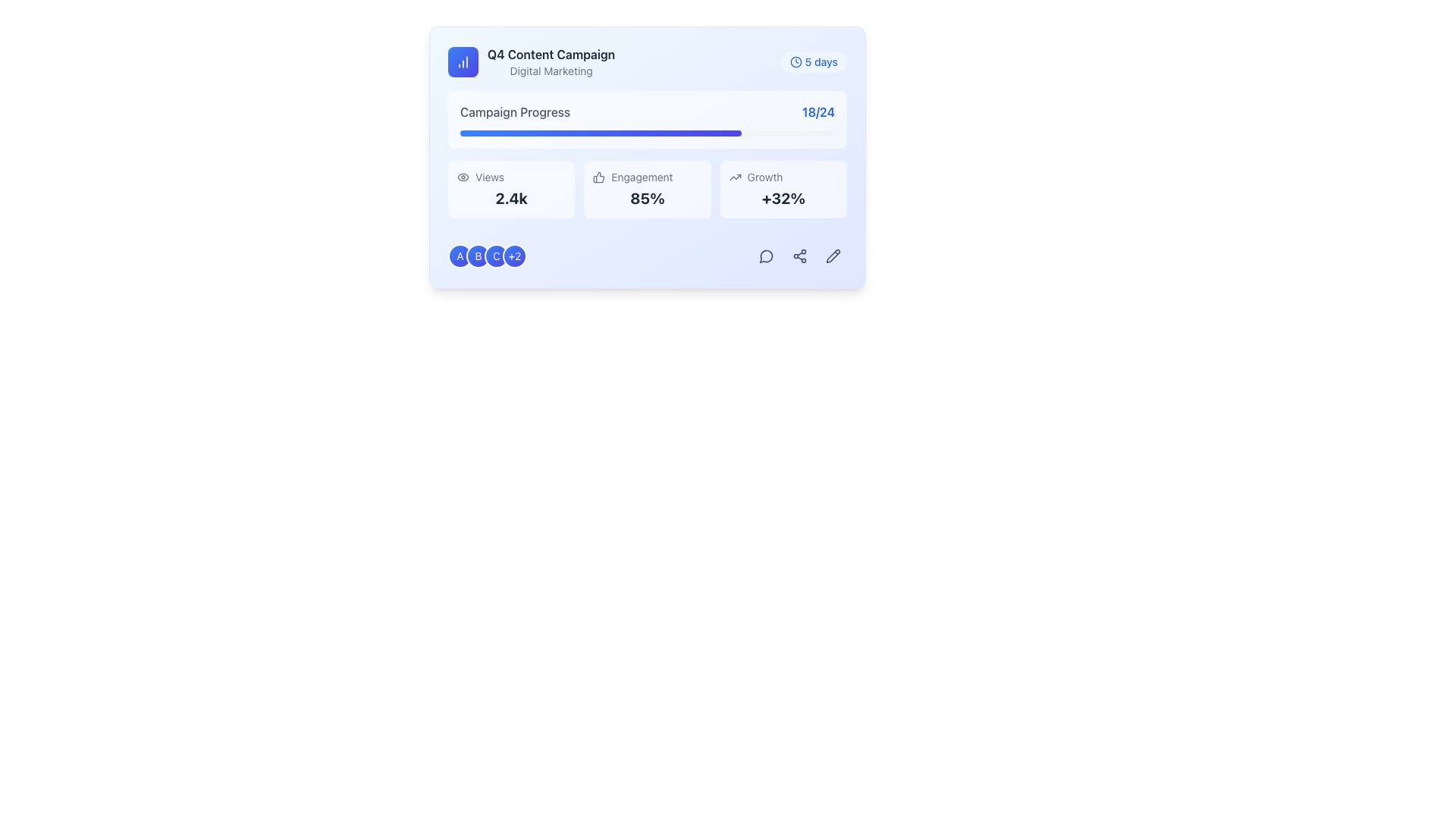 The width and height of the screenshot is (1456, 819). I want to click on the 'Engagement' text label, which is styled in a small-size font and is positioned under a progress bar, above a percentage value, and adjacent to a thumbs-up icon, so click(642, 177).